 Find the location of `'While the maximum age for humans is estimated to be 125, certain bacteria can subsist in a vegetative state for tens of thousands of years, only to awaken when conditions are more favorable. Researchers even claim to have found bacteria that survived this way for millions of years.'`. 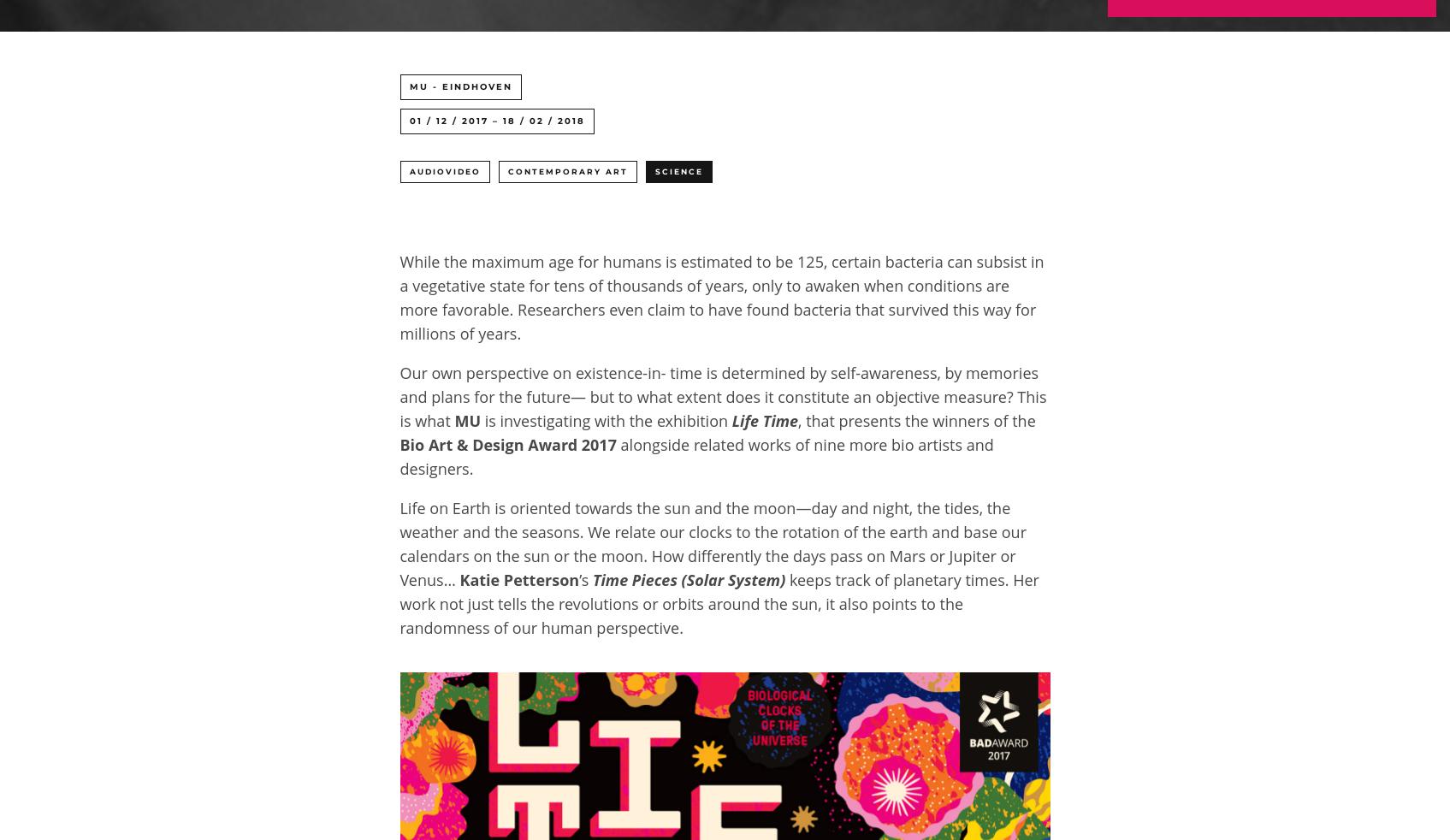

'While the maximum age for humans is estimated to be 125, certain bacteria can subsist in a vegetative state for tens of thousands of years, only to awaken when conditions are more favorable. Researchers even claim to have found bacteria that survived this way for millions of years.' is located at coordinates (721, 299).